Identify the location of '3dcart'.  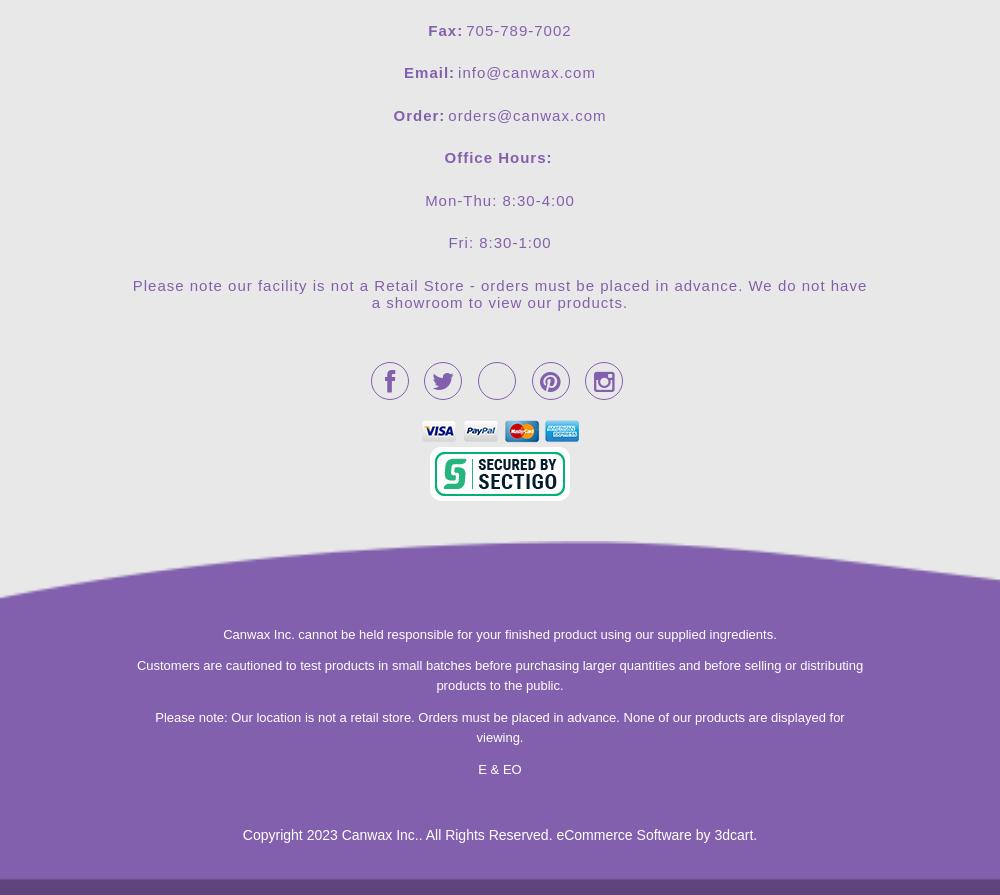
(732, 834).